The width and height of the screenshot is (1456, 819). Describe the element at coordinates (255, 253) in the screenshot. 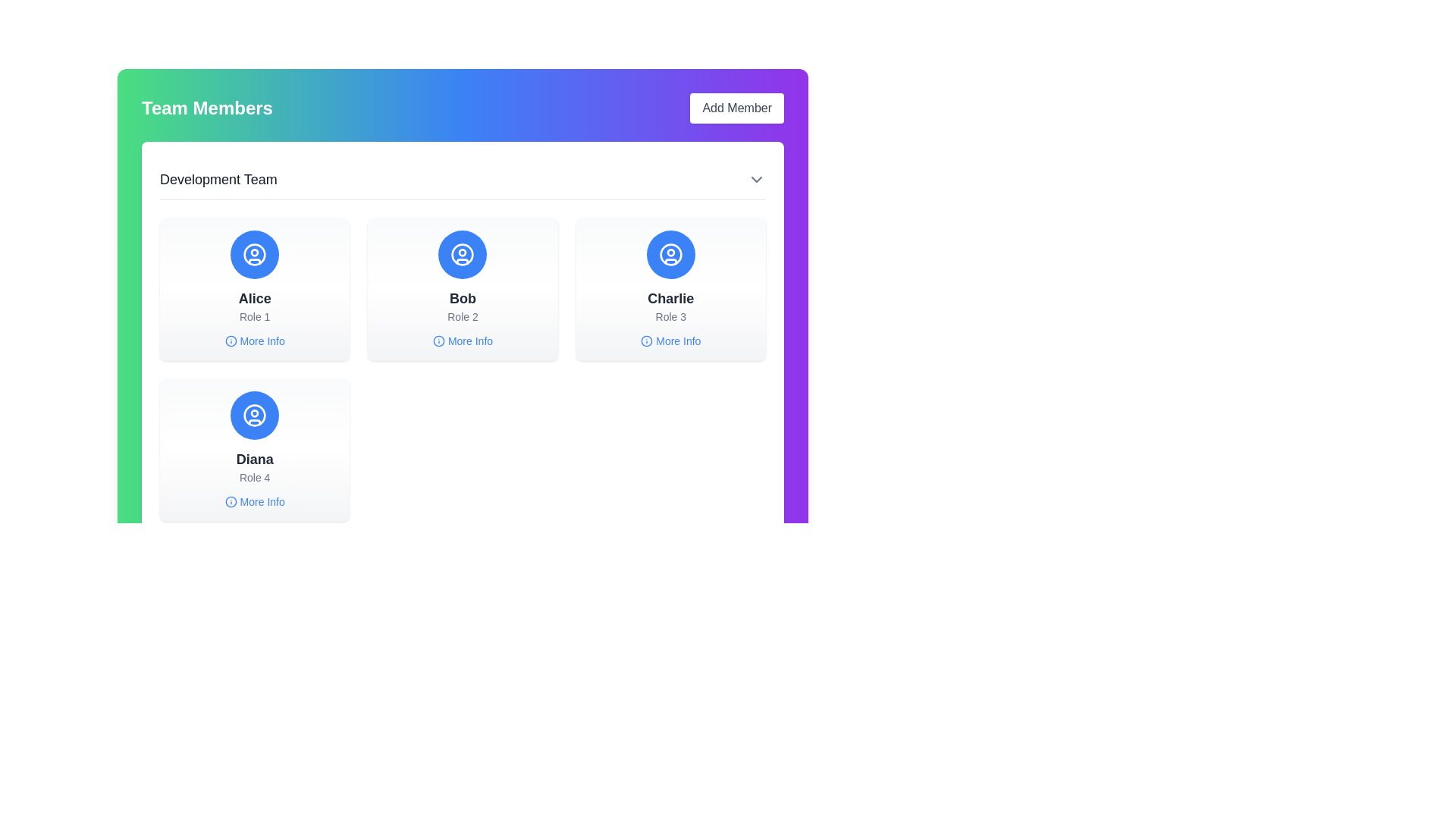

I see `the primary icon representing the user profile within the 'Alice, Role 1' card in the 'Development Team' section` at that location.